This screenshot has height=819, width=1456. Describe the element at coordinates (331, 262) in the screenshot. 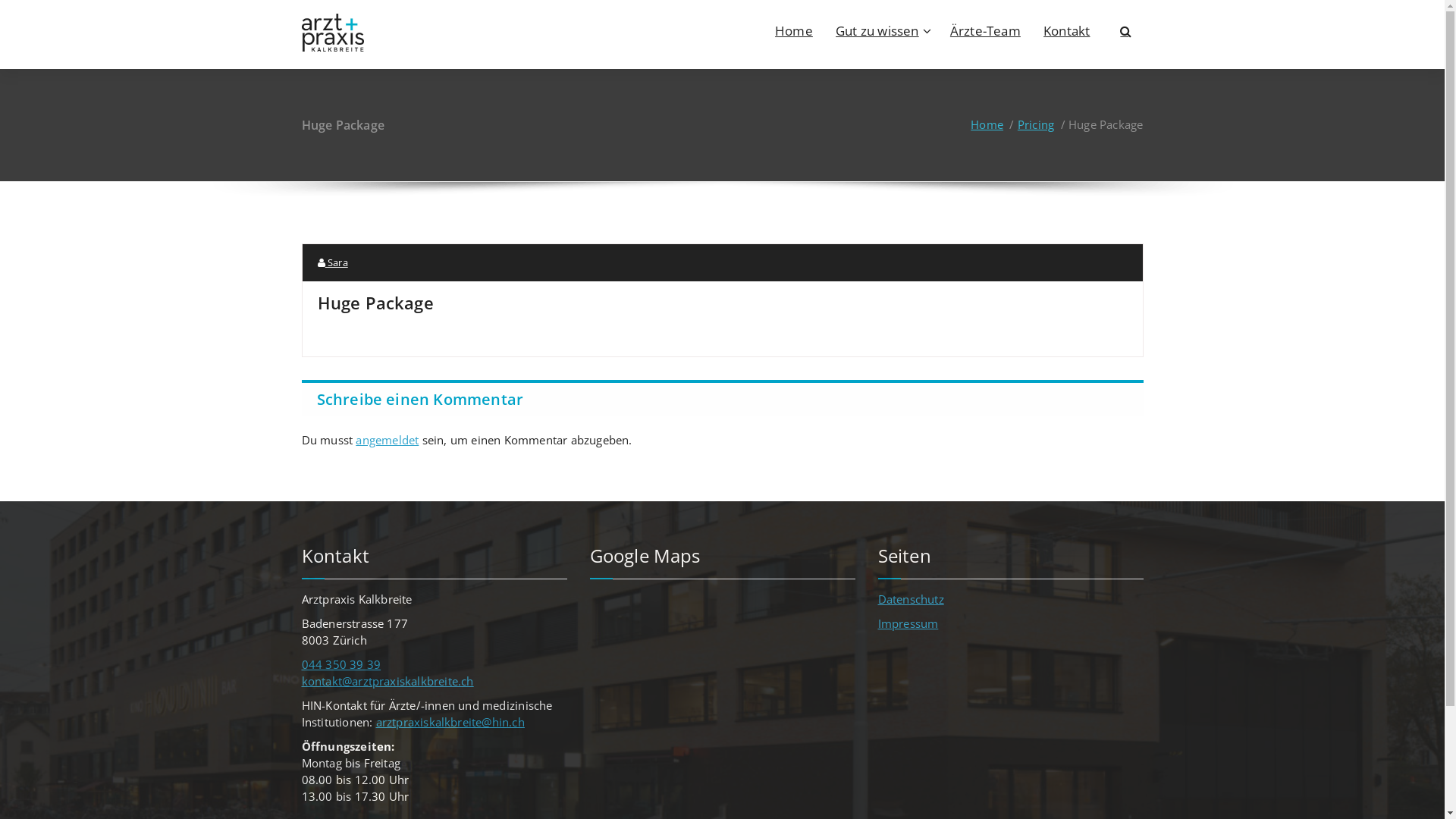

I see `'Sara'` at that location.